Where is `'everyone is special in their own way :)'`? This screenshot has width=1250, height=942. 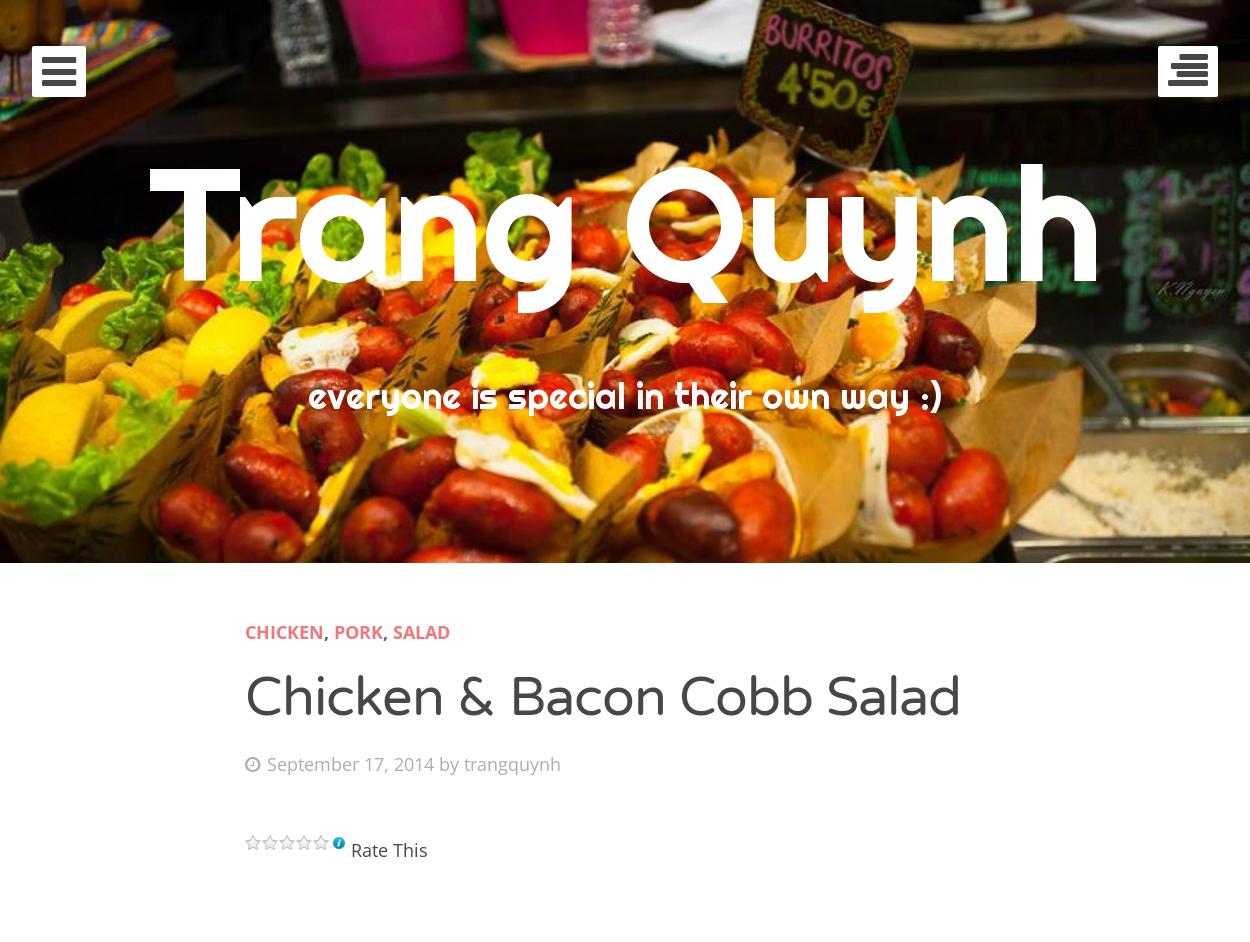
'everyone is special in their own way :)' is located at coordinates (625, 396).